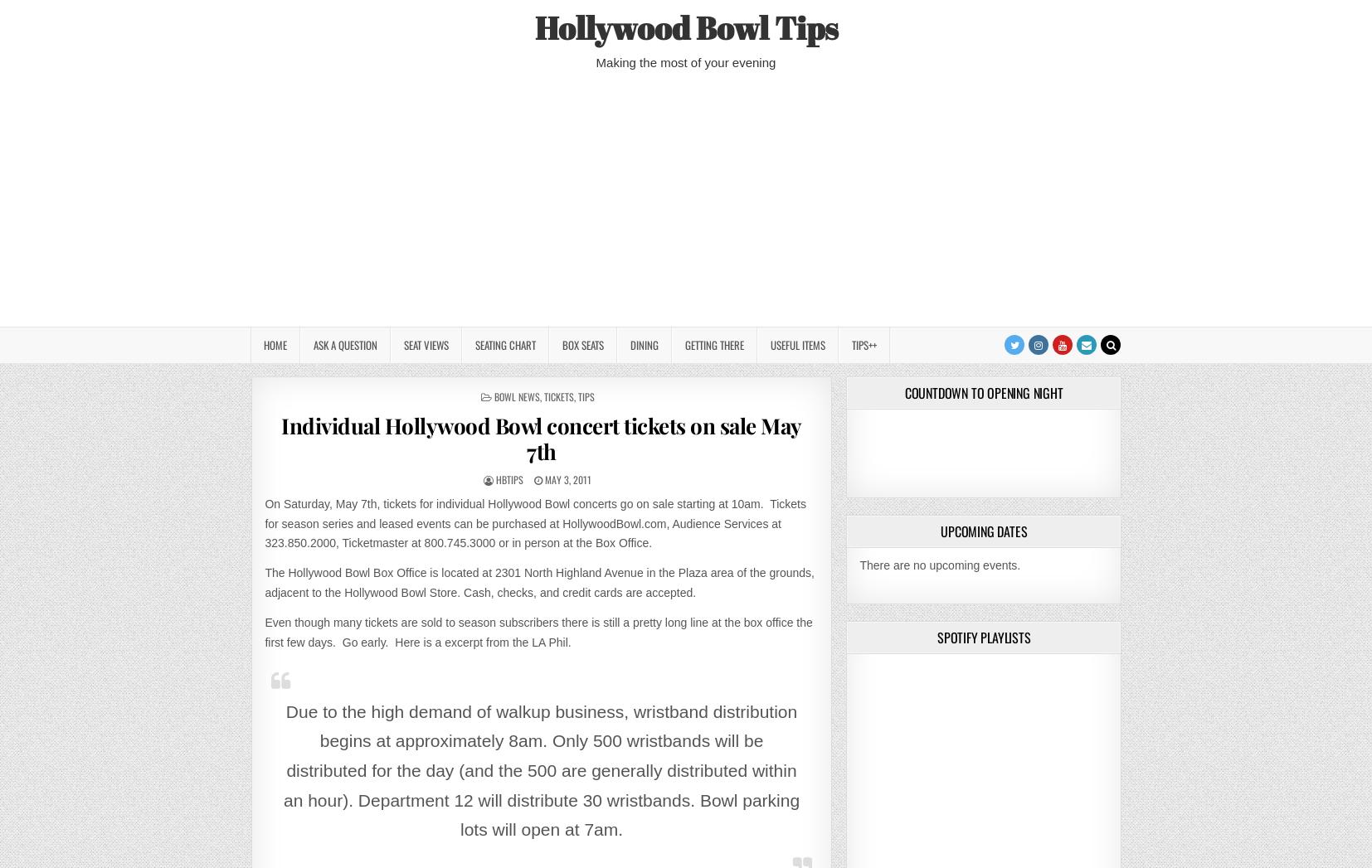 Image resolution: width=1372 pixels, height=868 pixels. Describe the element at coordinates (982, 635) in the screenshot. I see `'Spotify Playlists'` at that location.